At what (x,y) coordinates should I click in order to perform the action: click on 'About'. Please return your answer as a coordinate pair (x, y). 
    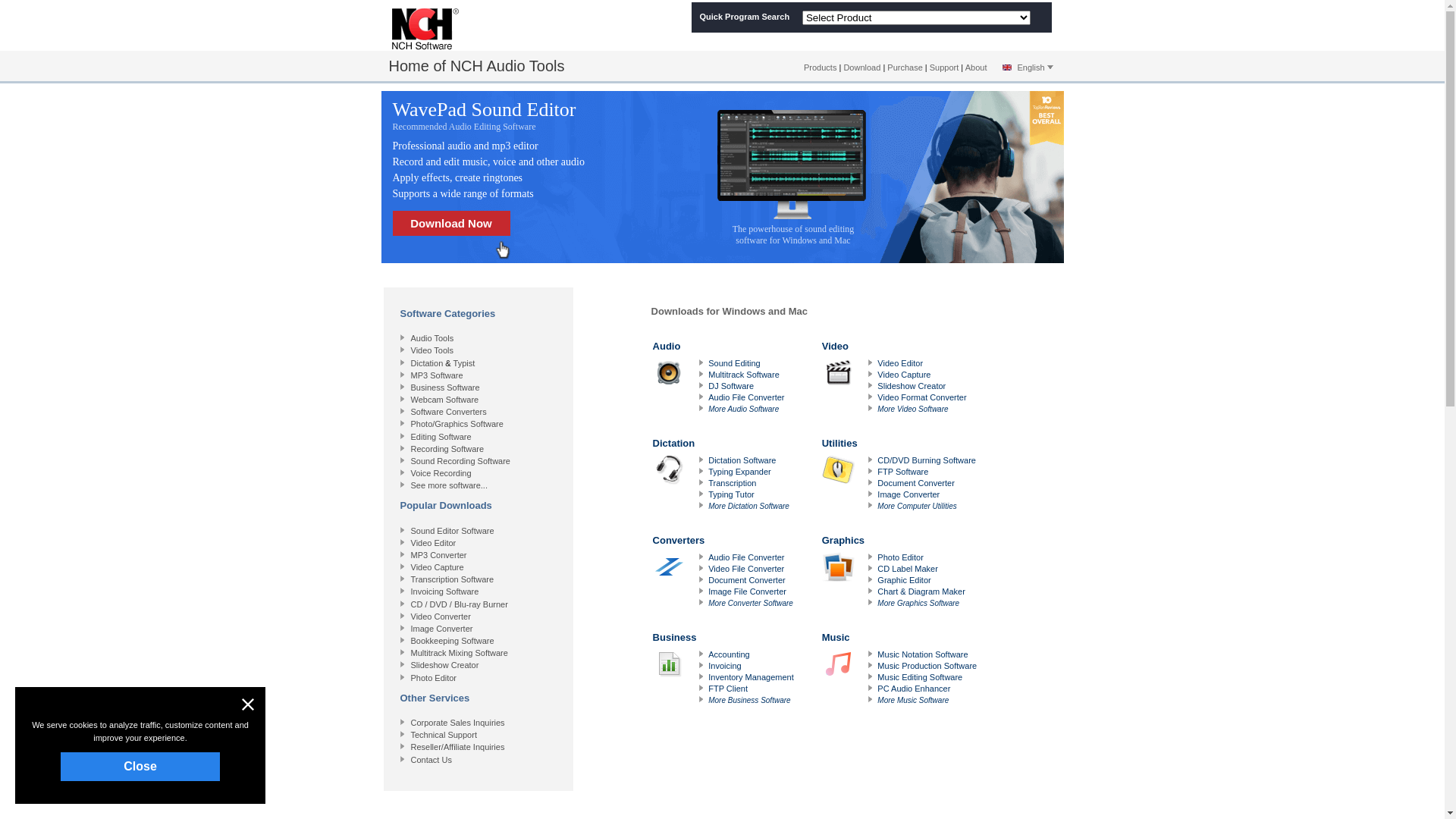
    Looking at the image, I should click on (976, 66).